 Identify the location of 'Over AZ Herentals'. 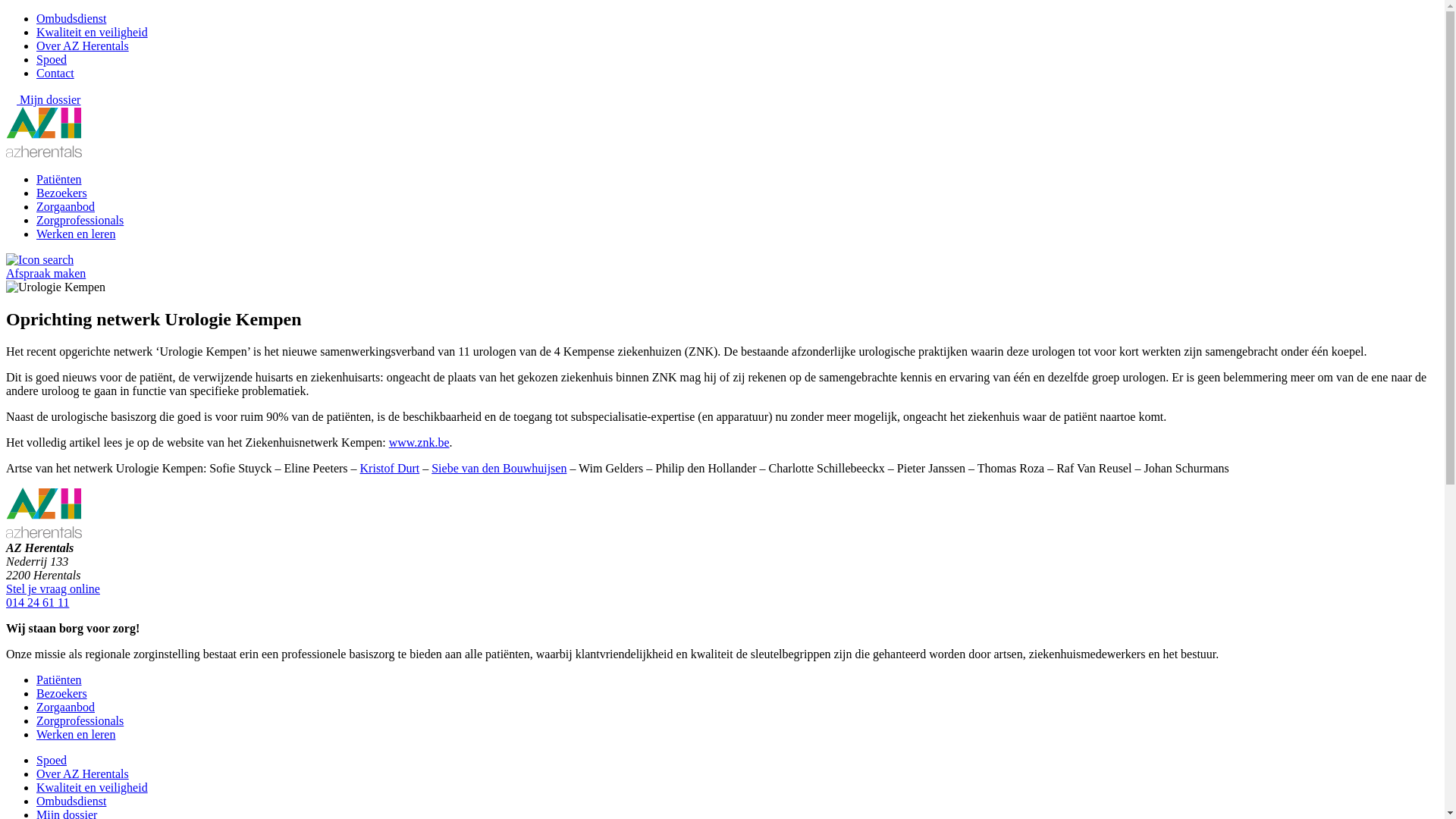
(82, 45).